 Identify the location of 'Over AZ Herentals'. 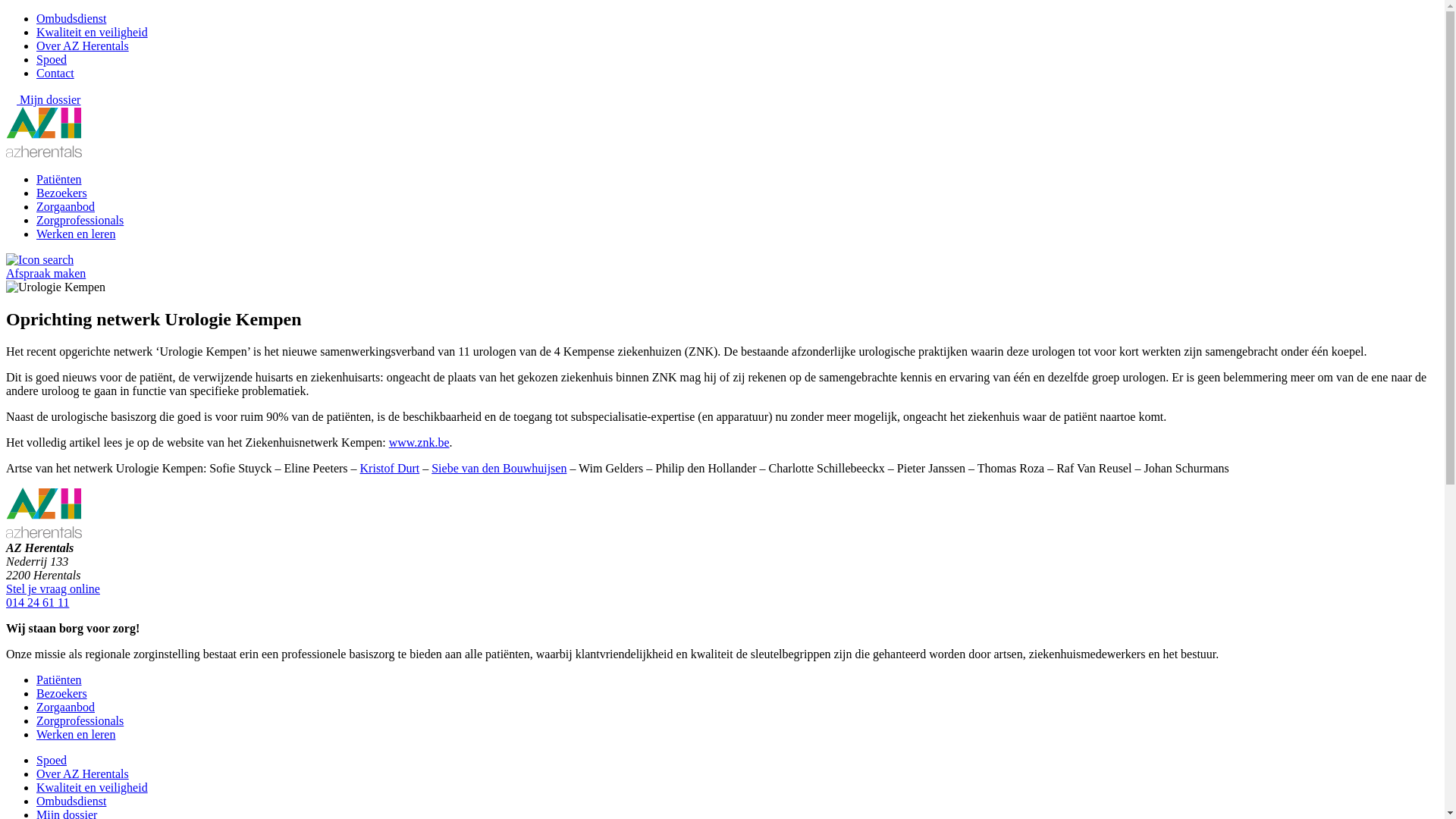
(82, 45).